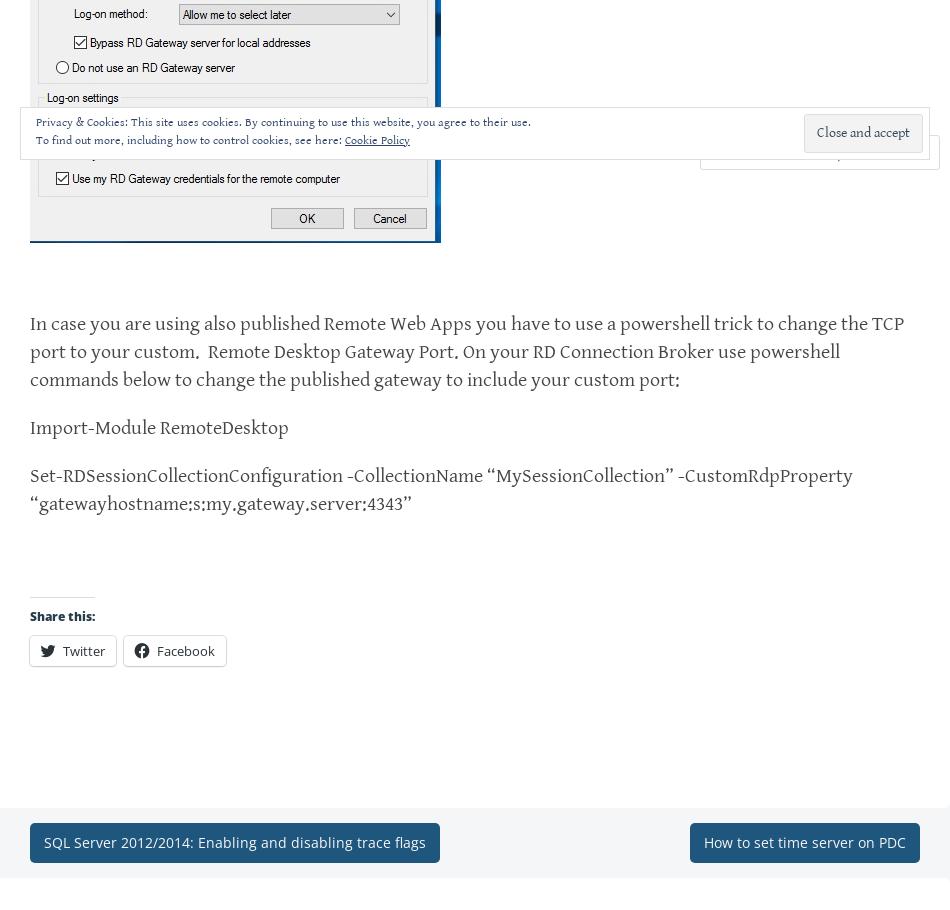 The image size is (950, 910). I want to click on 'In case you are using also published Remote Web Apps you have to use a powershell trick to change the TCP port to your custom.  Remote Desktop Gateway Port. On your RD Connection Broker use powershell commands below to change the published gateway to include your custom port:', so click(466, 351).